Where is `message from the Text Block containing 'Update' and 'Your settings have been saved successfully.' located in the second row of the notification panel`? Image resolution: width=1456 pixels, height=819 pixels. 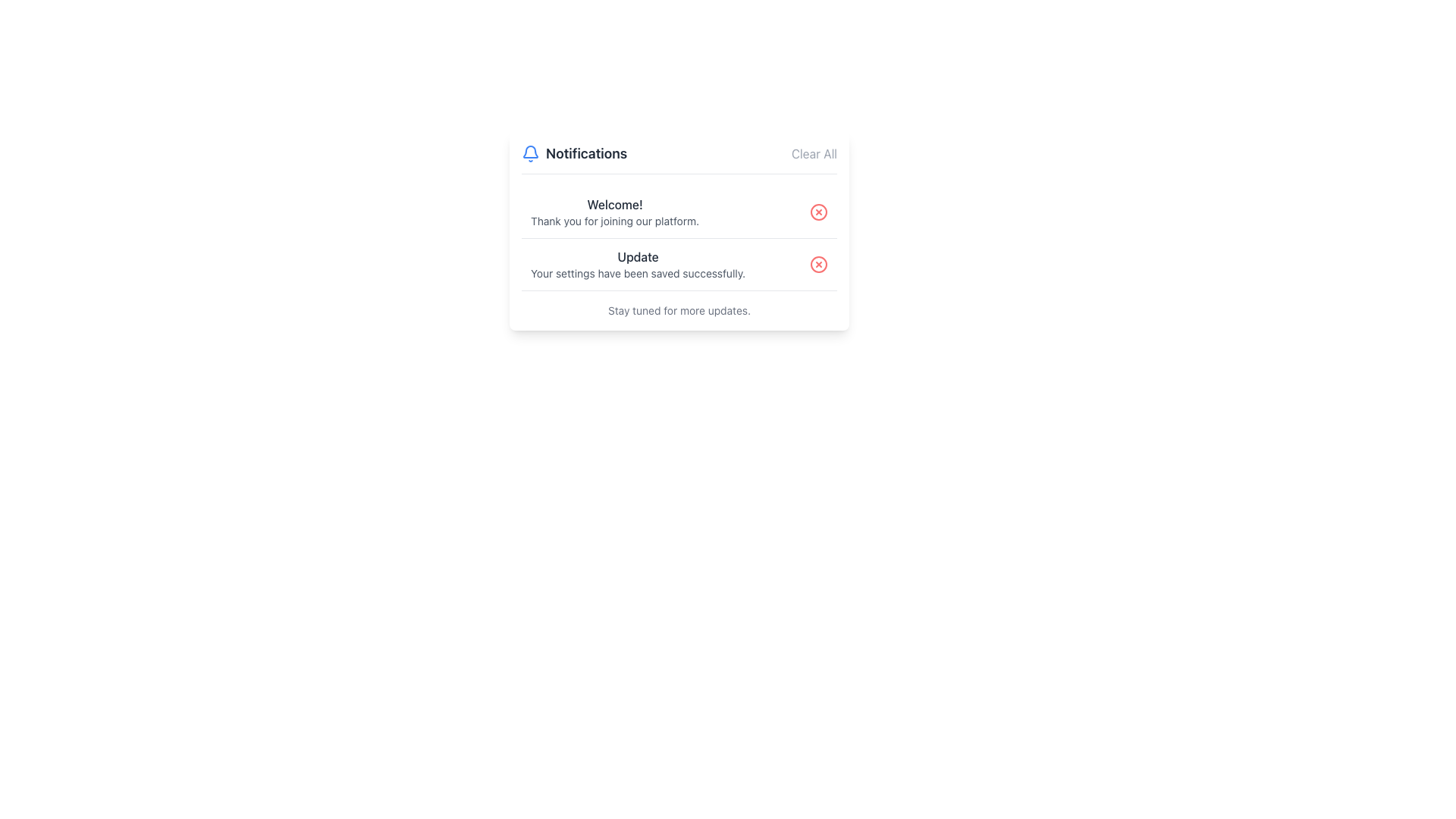 message from the Text Block containing 'Update' and 'Your settings have been saved successfully.' located in the second row of the notification panel is located at coordinates (638, 263).